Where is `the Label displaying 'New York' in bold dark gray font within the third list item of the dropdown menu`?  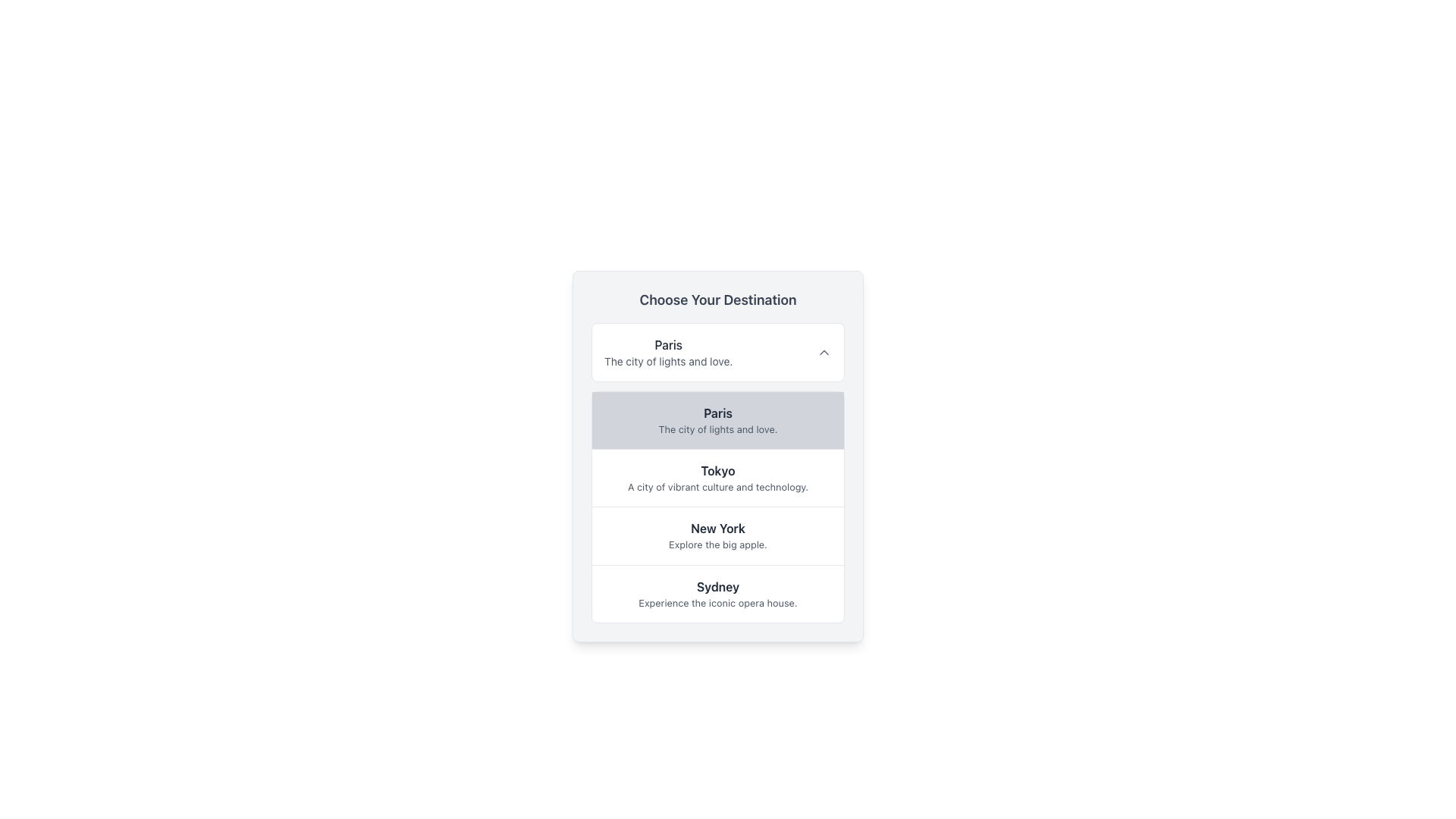
the Label displaying 'New York' in bold dark gray font within the third list item of the dropdown menu is located at coordinates (717, 528).